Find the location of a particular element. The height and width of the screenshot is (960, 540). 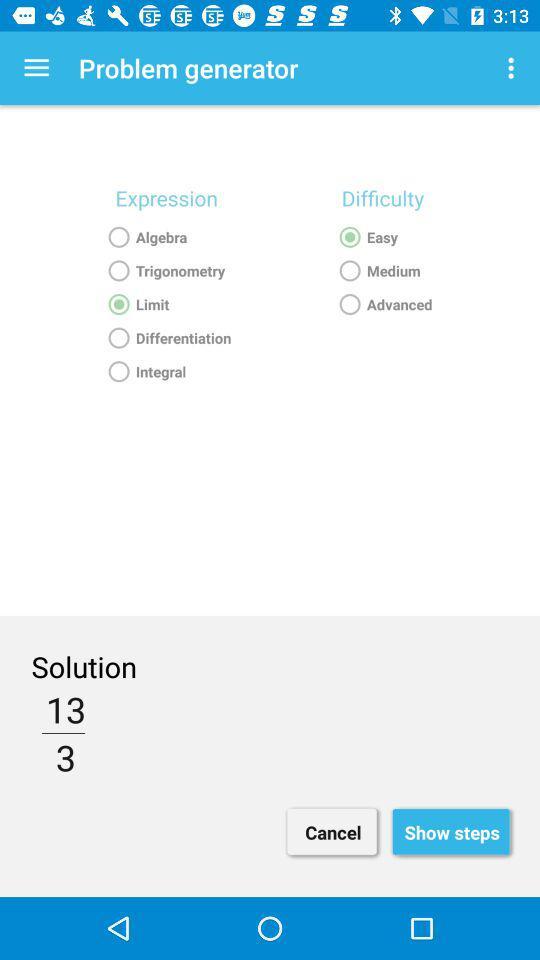

the text above limit is located at coordinates (165, 270).